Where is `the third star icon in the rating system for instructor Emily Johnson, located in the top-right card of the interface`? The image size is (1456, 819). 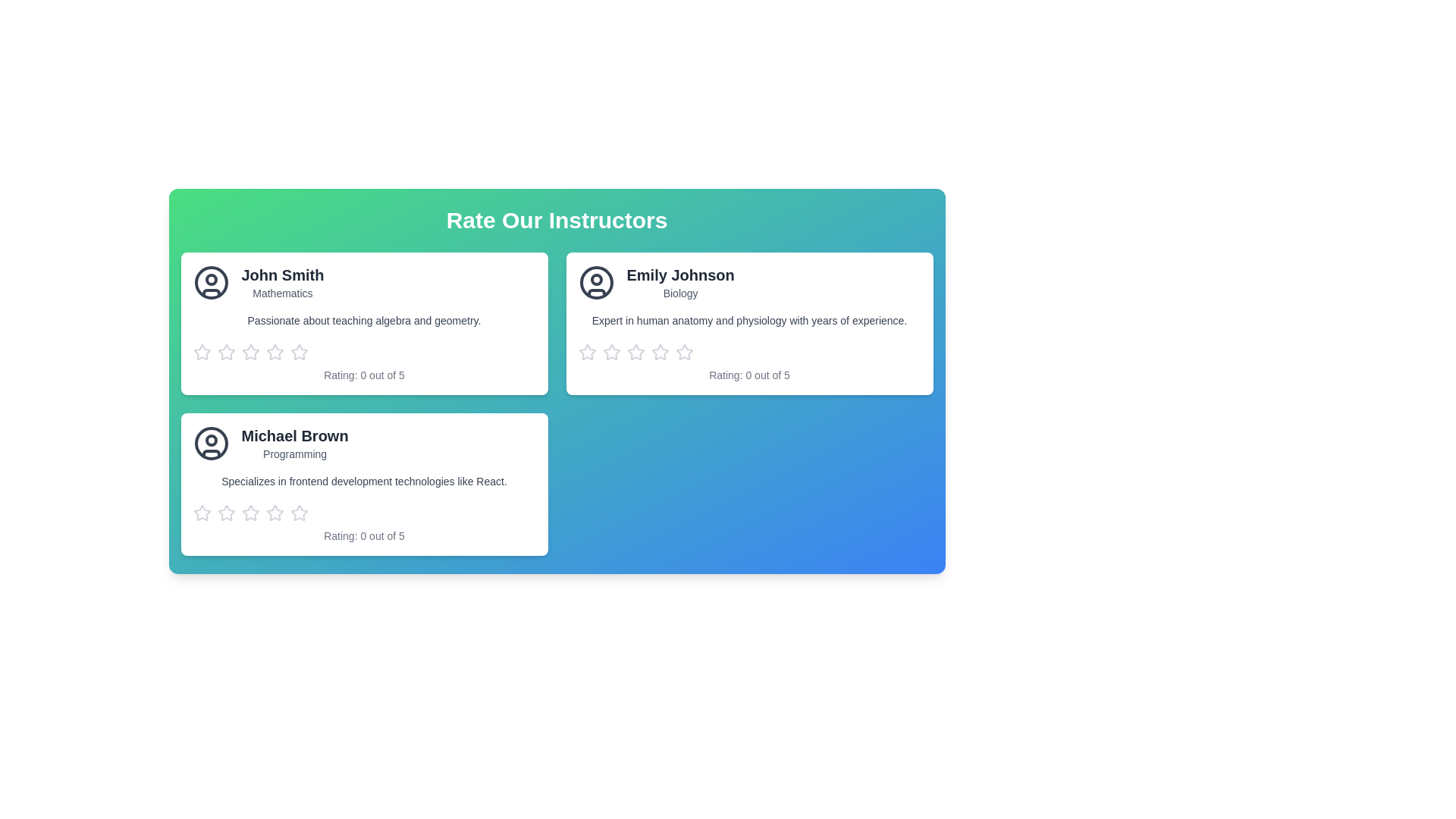
the third star icon in the rating system for instructor Emily Johnson, located in the top-right card of the interface is located at coordinates (635, 353).